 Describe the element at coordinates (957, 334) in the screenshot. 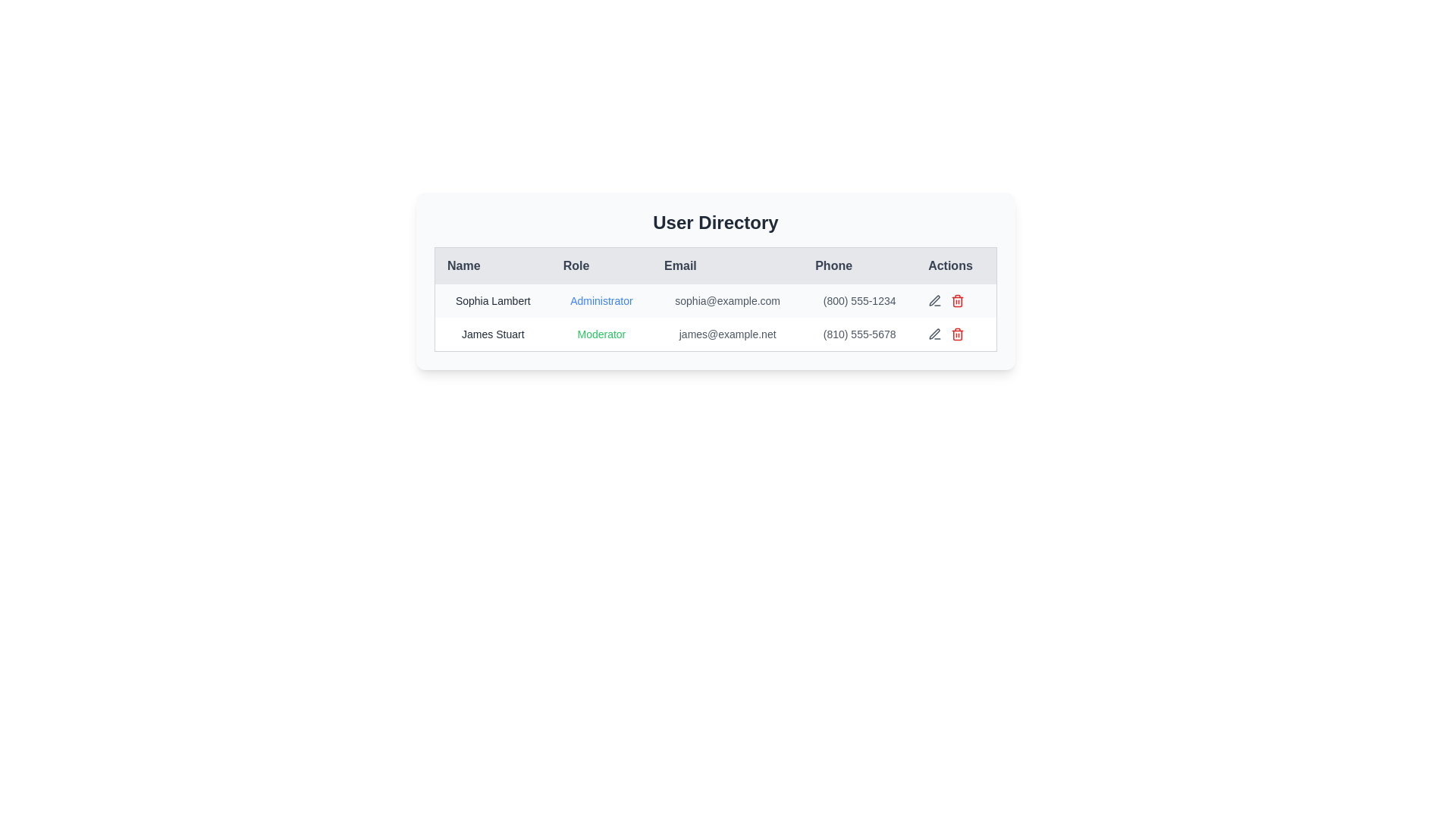

I see `the body outline of the trash icon located in the last column of the user table under the 'Actions' header` at that location.